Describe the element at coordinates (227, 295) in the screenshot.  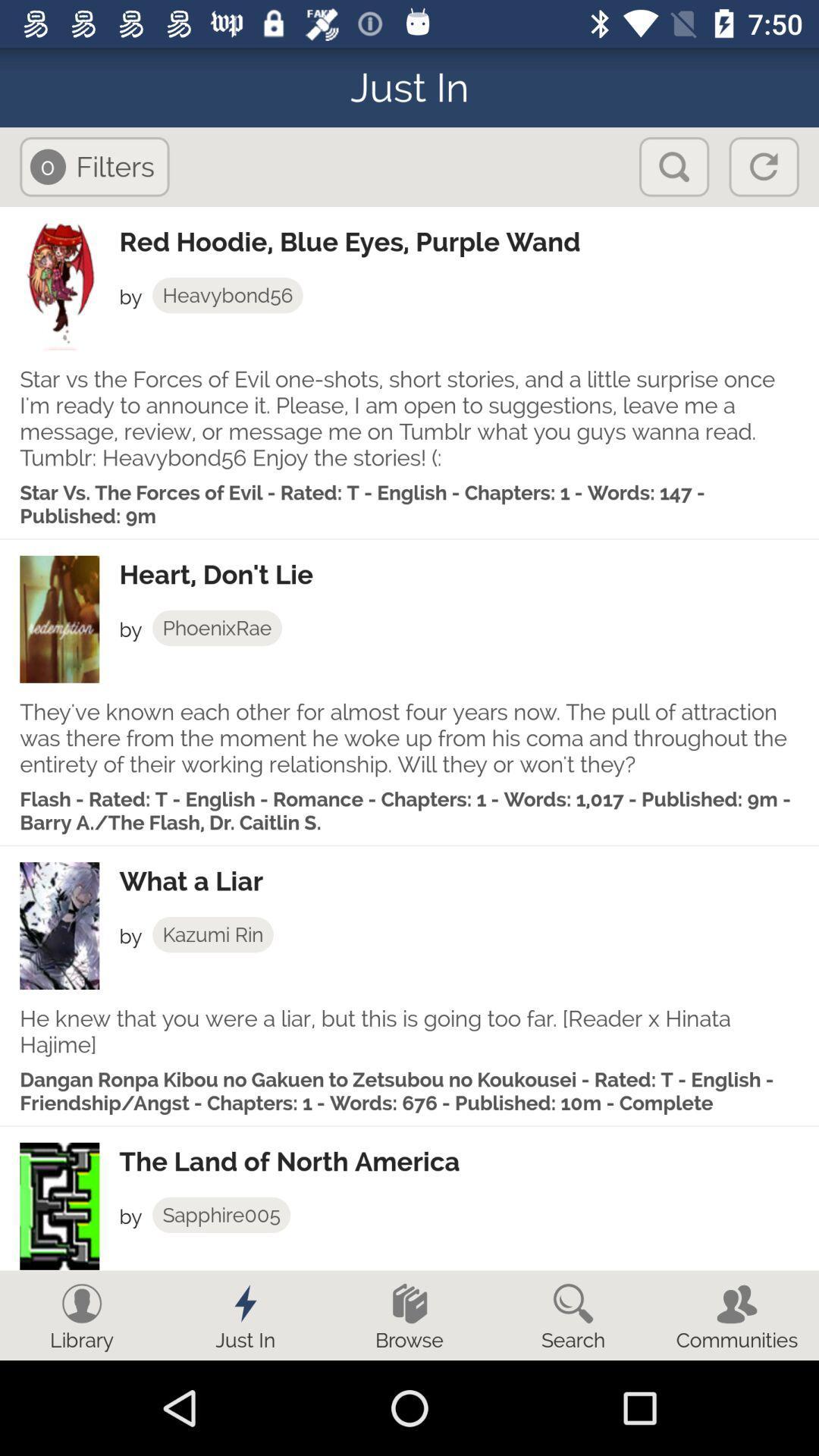
I see `heavybond56 item` at that location.